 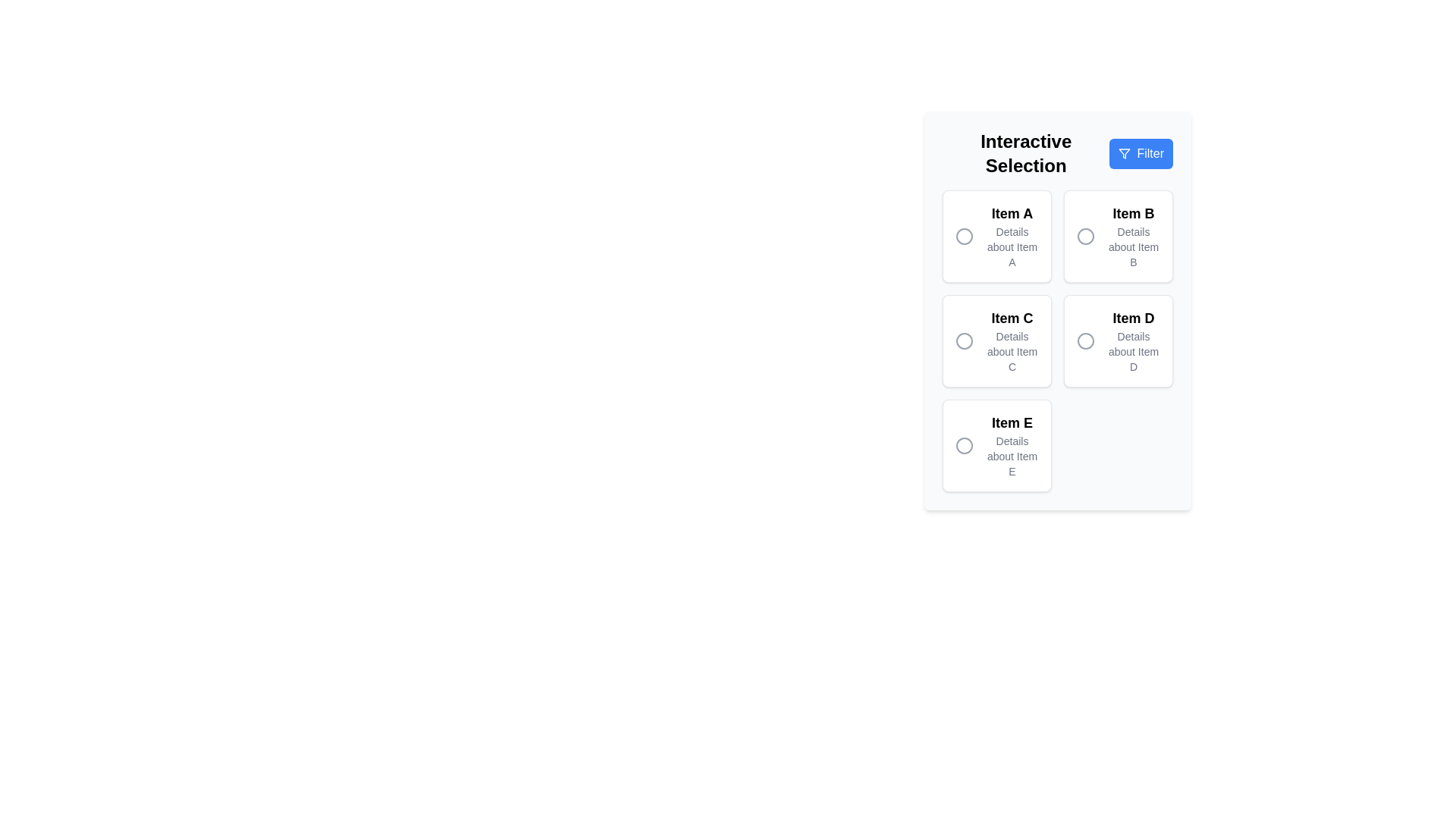 What do you see at coordinates (1118, 341) in the screenshot?
I see `the selectable card with a radio button for 'Item D' located in the second column and second row of the 'Interactive Selection' section` at bounding box center [1118, 341].